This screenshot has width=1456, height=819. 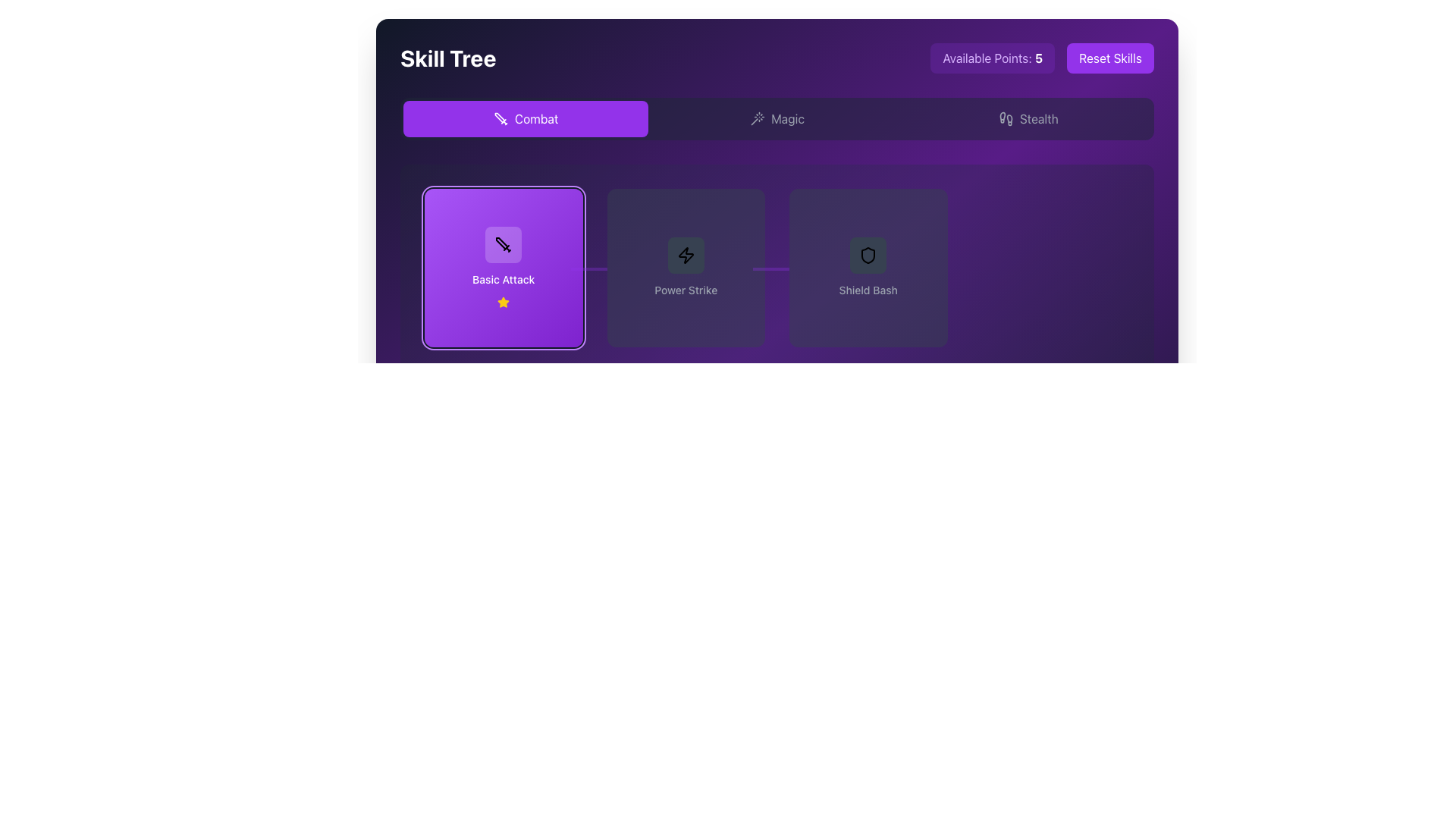 What do you see at coordinates (685, 290) in the screenshot?
I see `the text label reading 'Power Strike', which is styled in a small, medium-weight gray font and is prominently displayed within a dark-themed skill tree interface` at bounding box center [685, 290].